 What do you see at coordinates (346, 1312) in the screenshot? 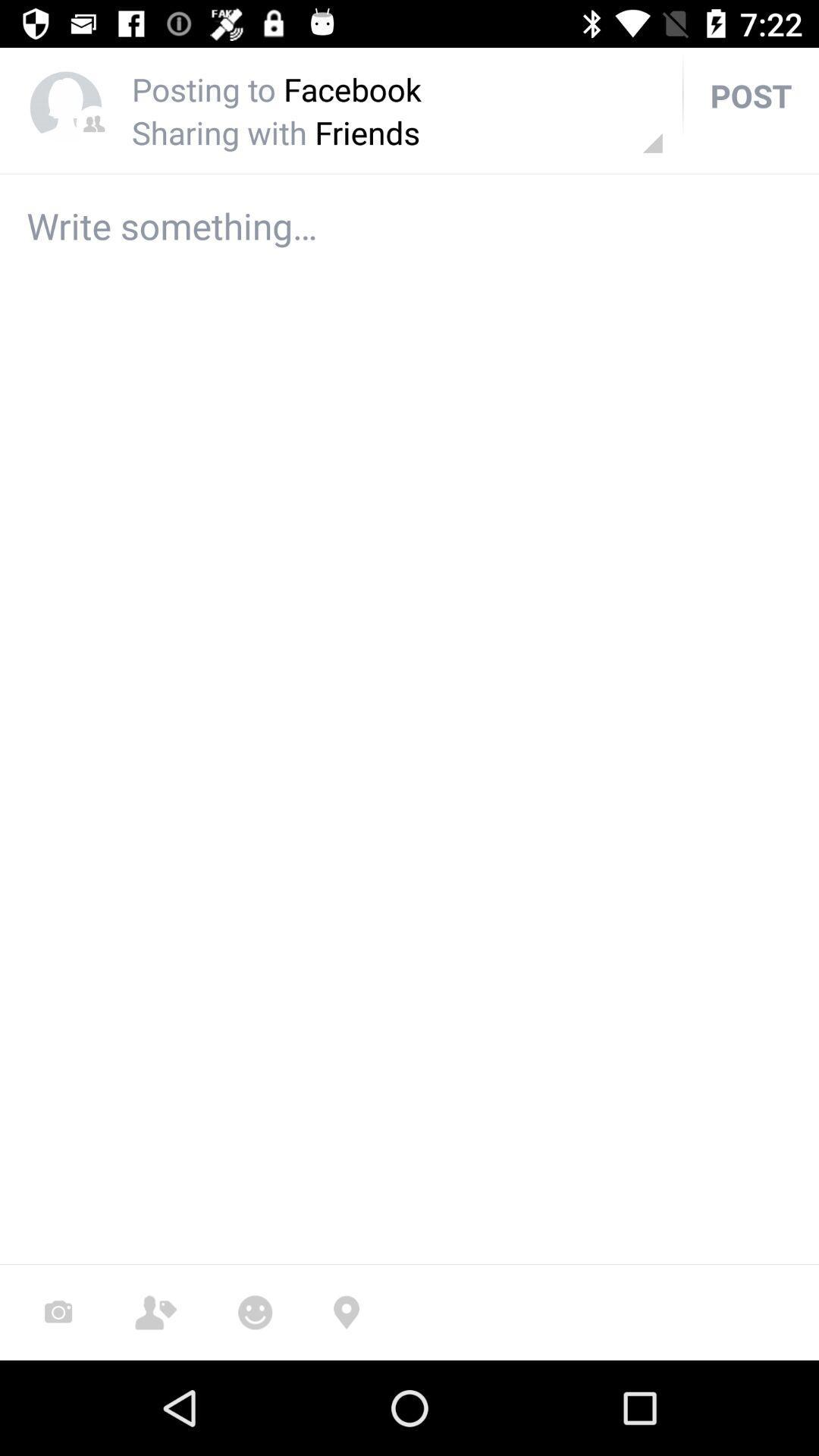
I see `the location icon` at bounding box center [346, 1312].